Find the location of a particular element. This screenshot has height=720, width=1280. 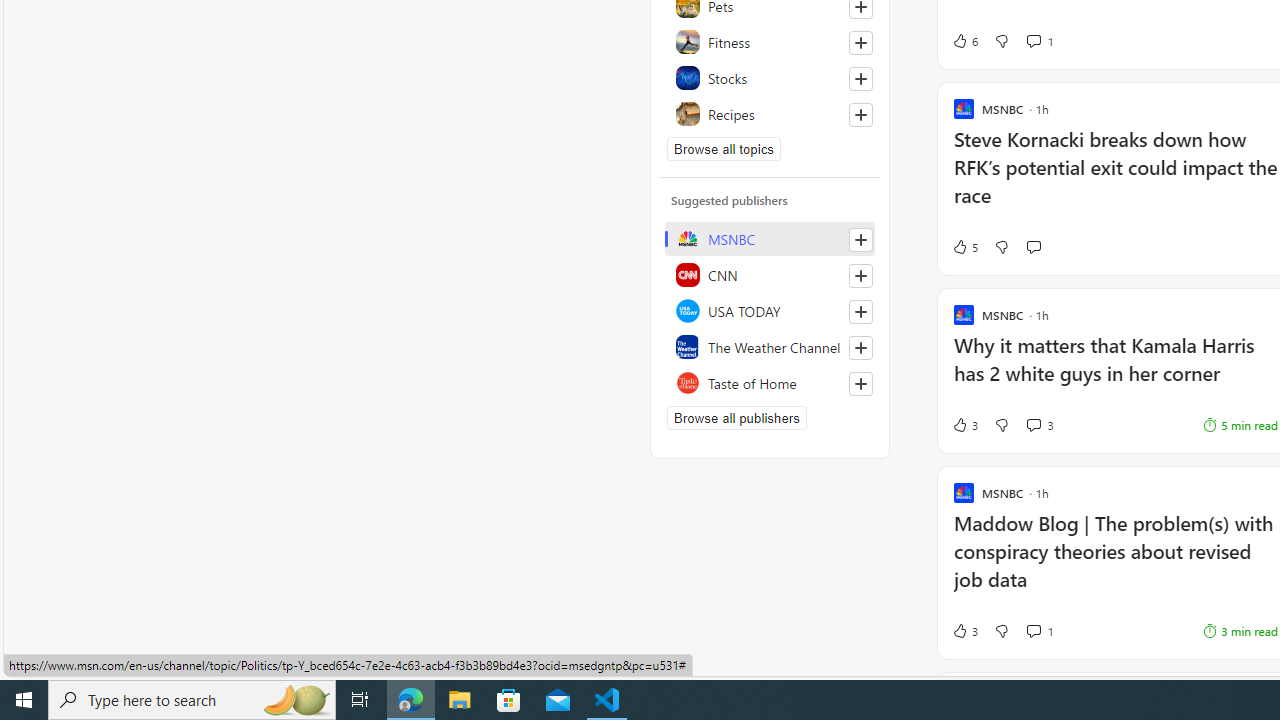

'Browse all topics' is located at coordinates (723, 148).